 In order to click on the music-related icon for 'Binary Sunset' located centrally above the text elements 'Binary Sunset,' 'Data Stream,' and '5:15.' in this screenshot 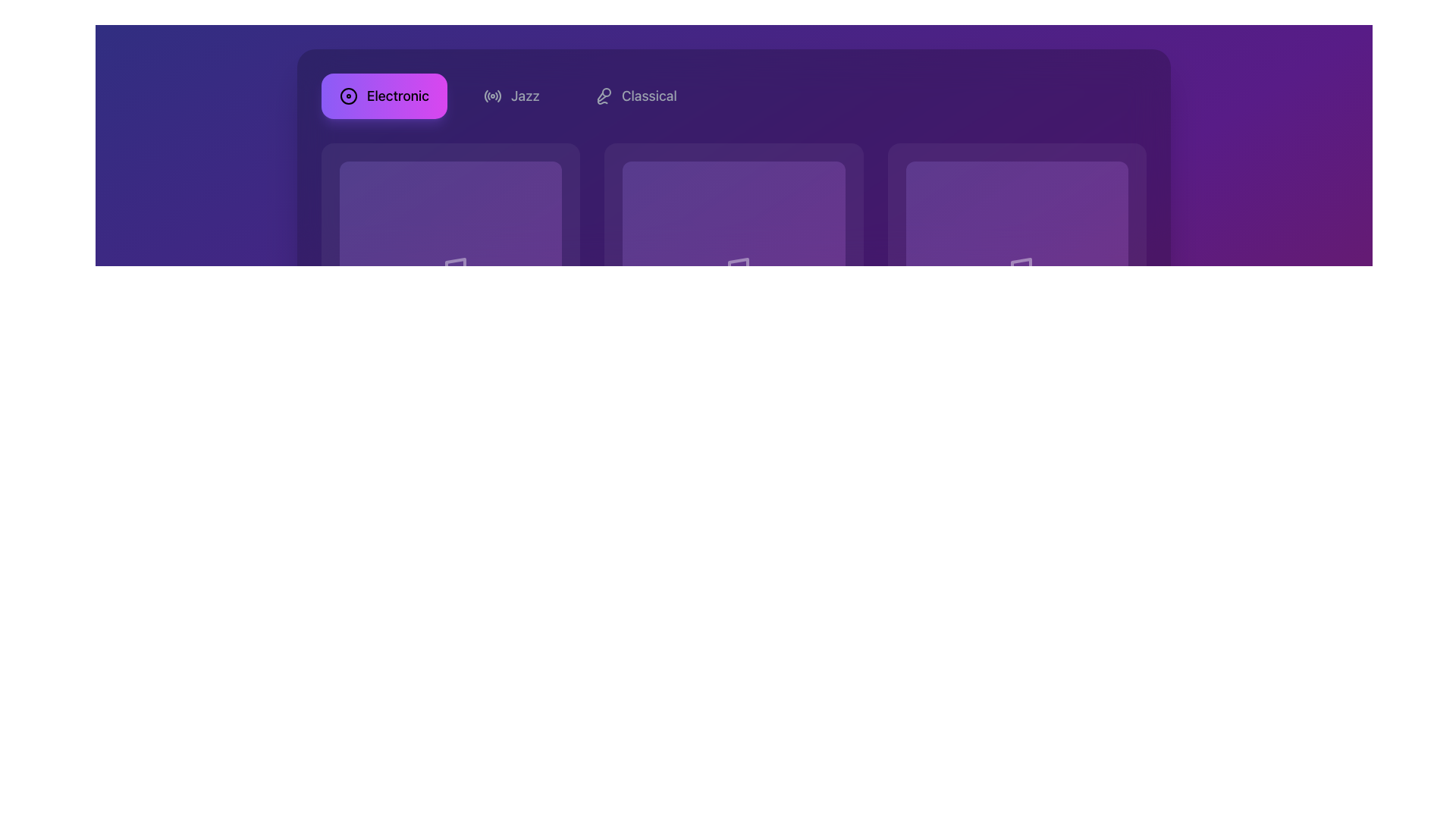, I will do `click(1017, 271)`.